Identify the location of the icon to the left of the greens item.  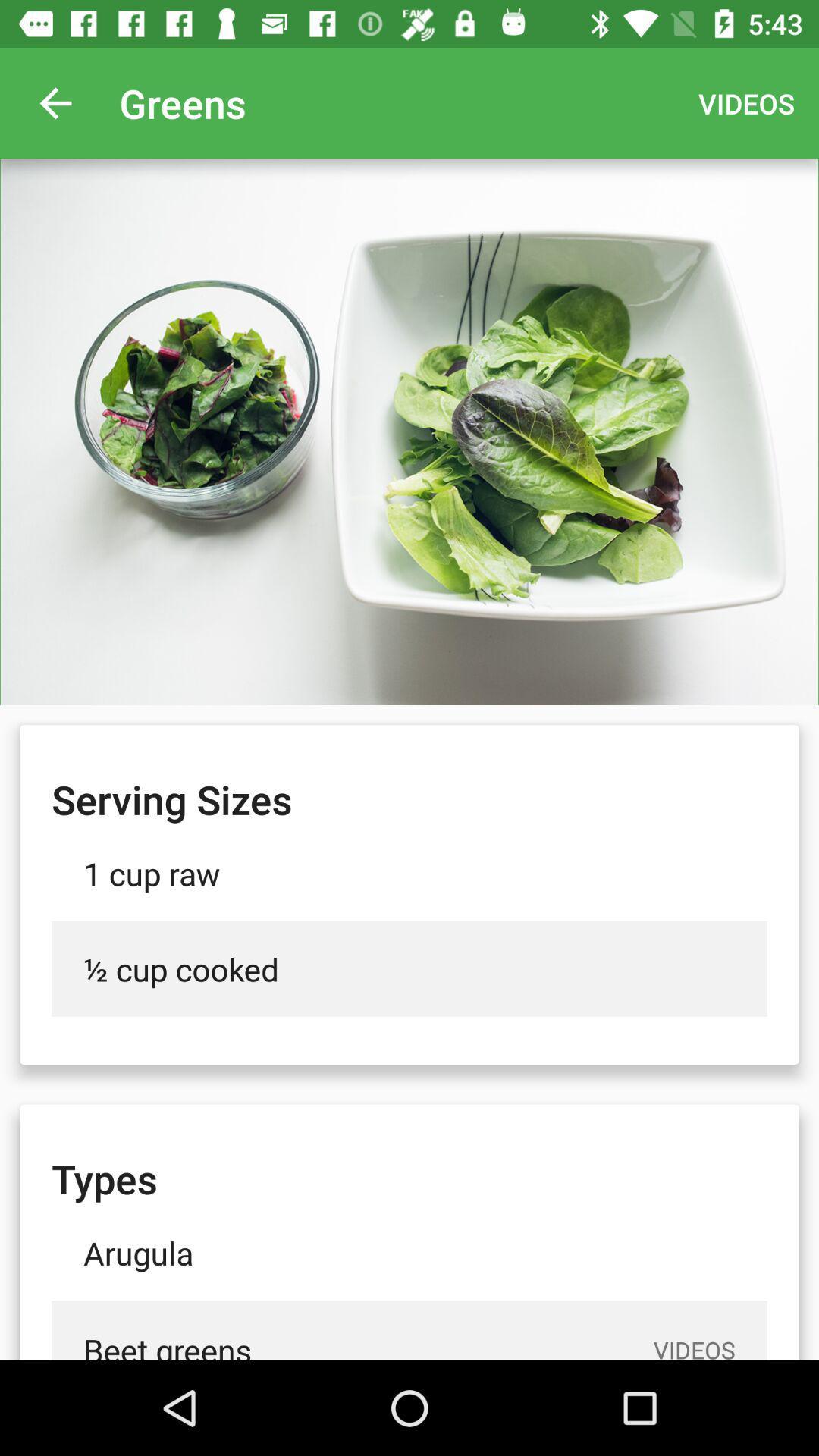
(55, 102).